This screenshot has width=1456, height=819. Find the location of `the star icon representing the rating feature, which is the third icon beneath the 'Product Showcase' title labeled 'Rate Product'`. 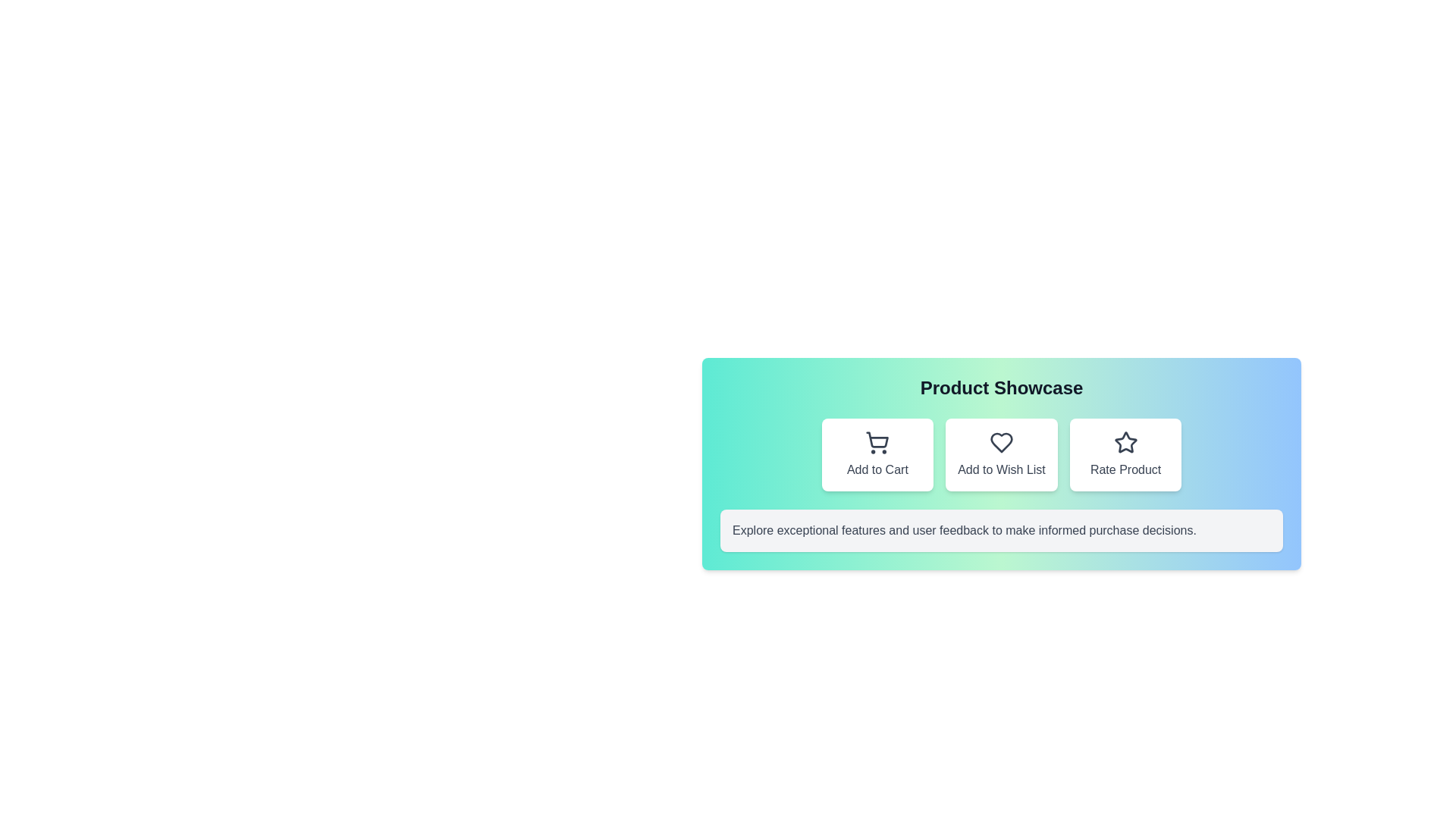

the star icon representing the rating feature, which is the third icon beneath the 'Product Showcase' title labeled 'Rate Product' is located at coordinates (1125, 442).